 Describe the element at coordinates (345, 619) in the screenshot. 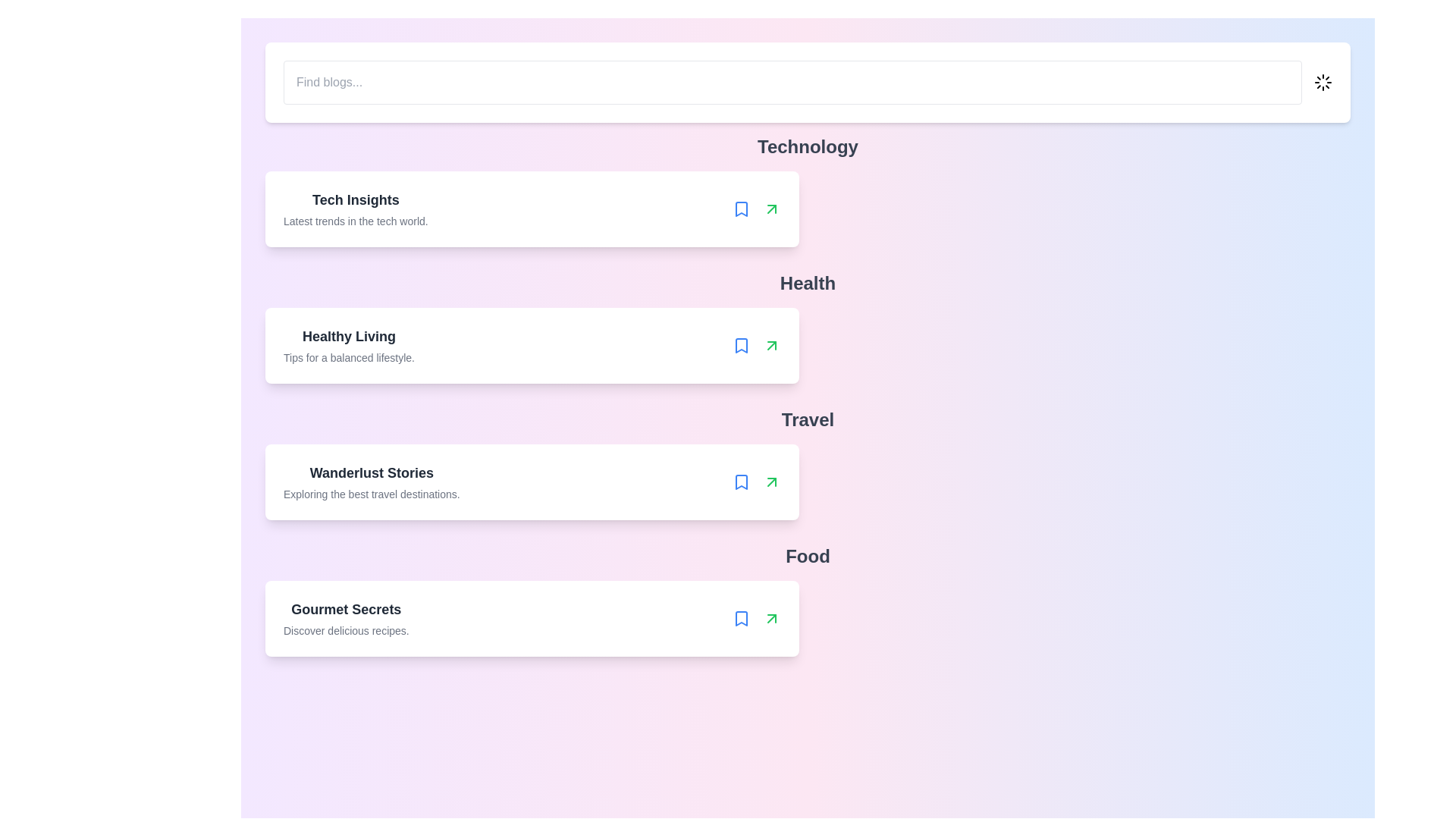

I see `header 'Gourmet Secrets' and the subtitle 'Discover delicious recipes.' to understand the content of the Food category section` at that location.